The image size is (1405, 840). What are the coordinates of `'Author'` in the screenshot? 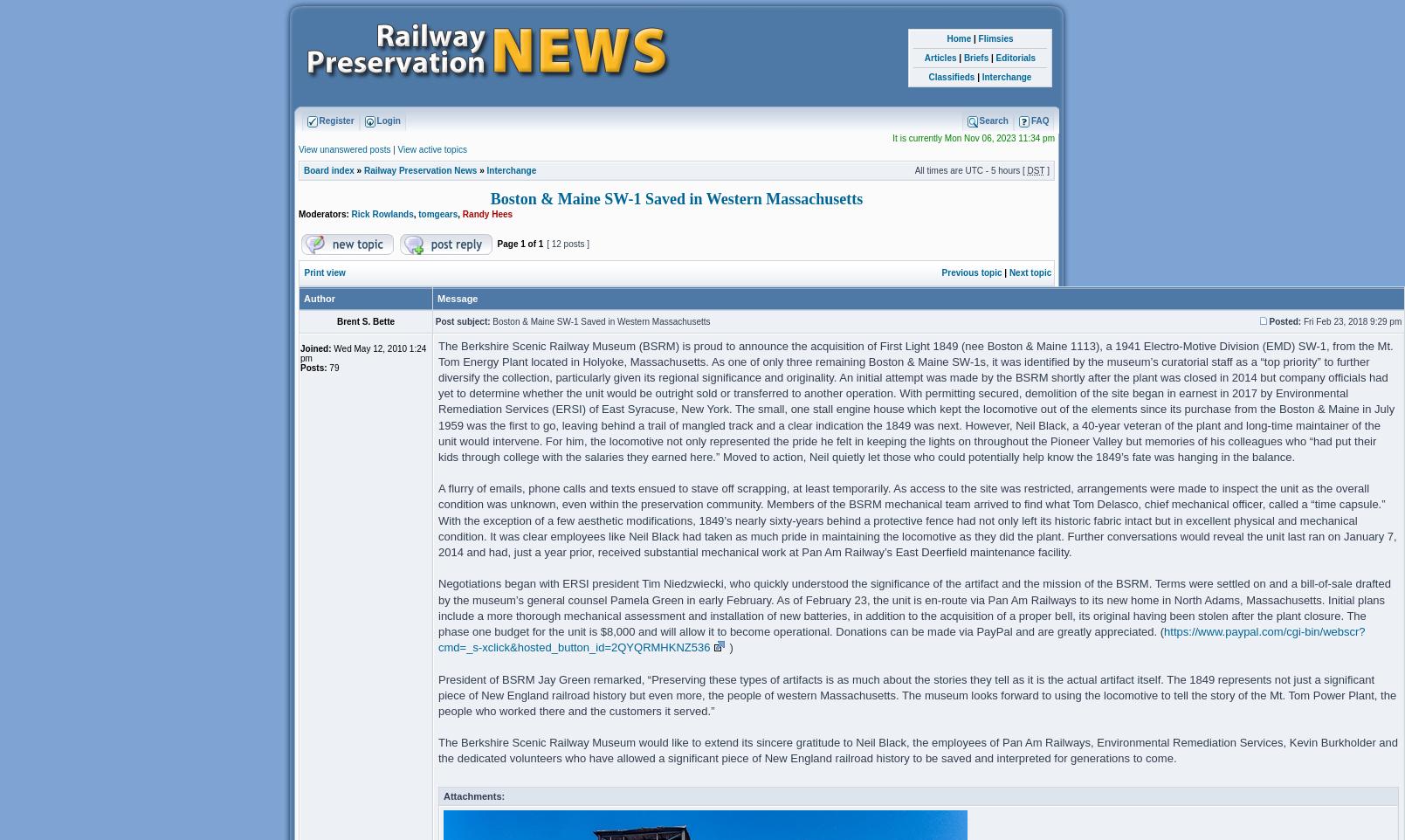 It's located at (320, 298).